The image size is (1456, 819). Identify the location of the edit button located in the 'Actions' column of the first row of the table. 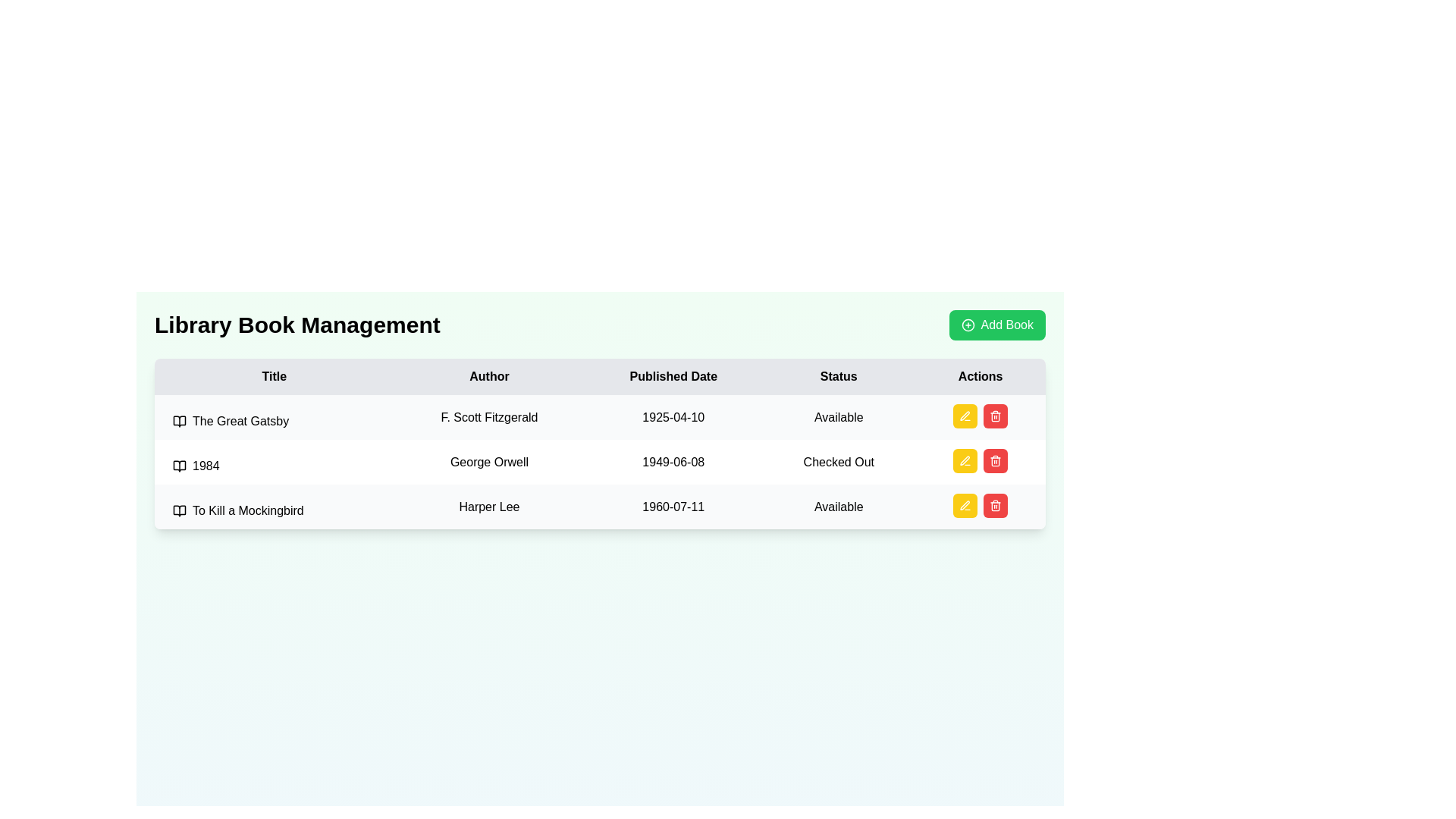
(965, 416).